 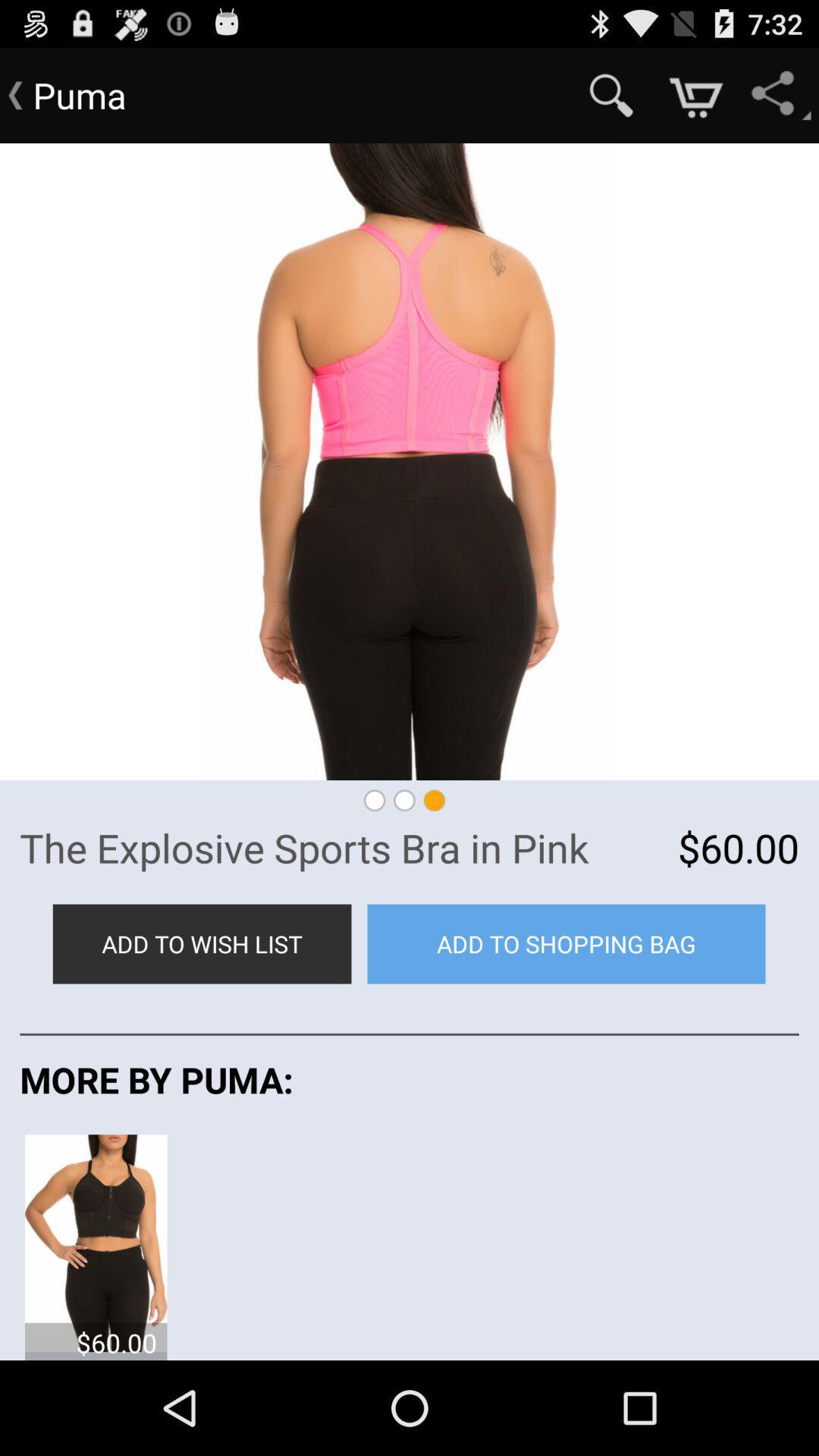 I want to click on icon at the top, so click(x=409, y=461).